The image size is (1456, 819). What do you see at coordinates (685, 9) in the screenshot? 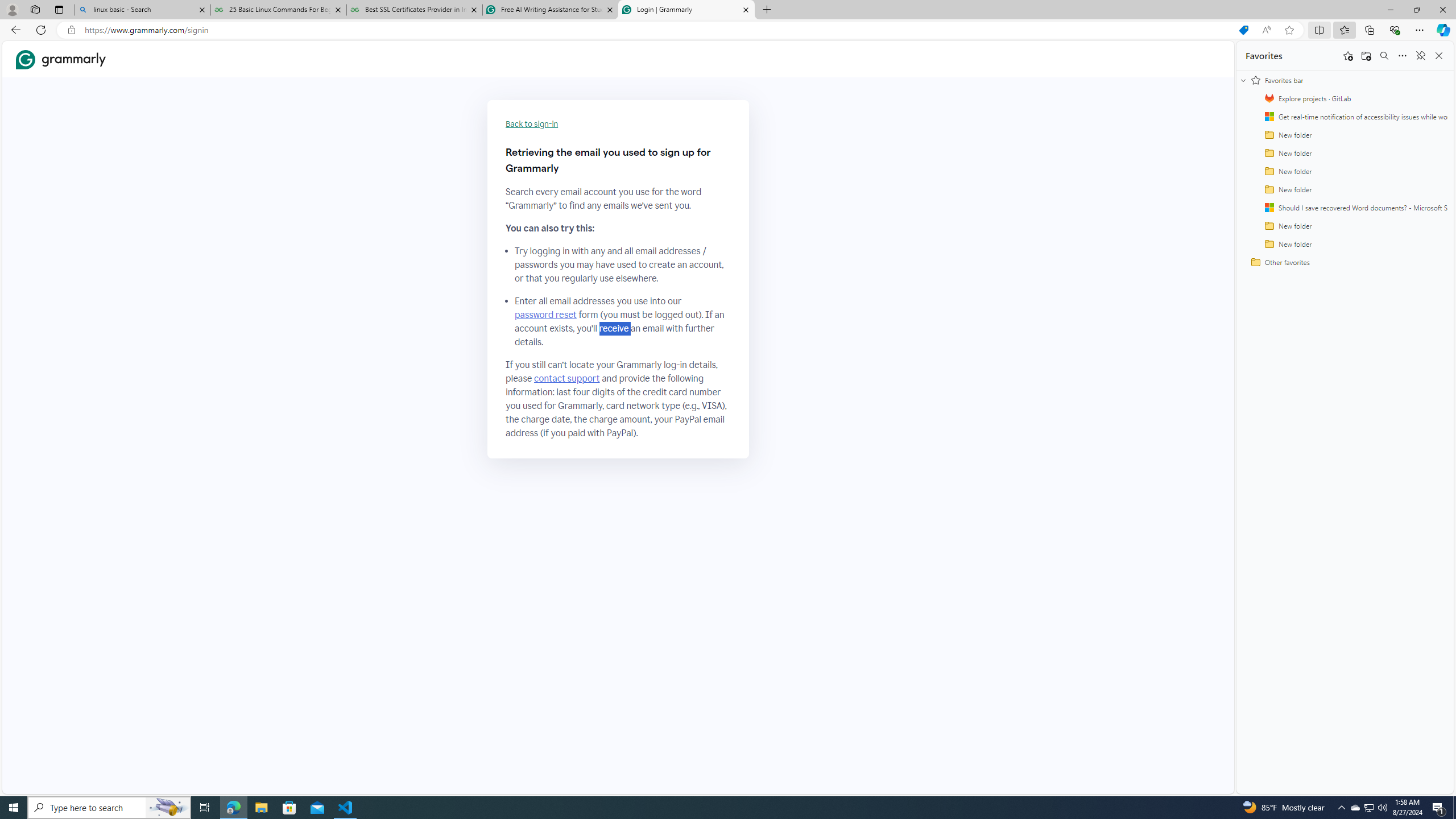
I see `'Login | Grammarly'` at bounding box center [685, 9].